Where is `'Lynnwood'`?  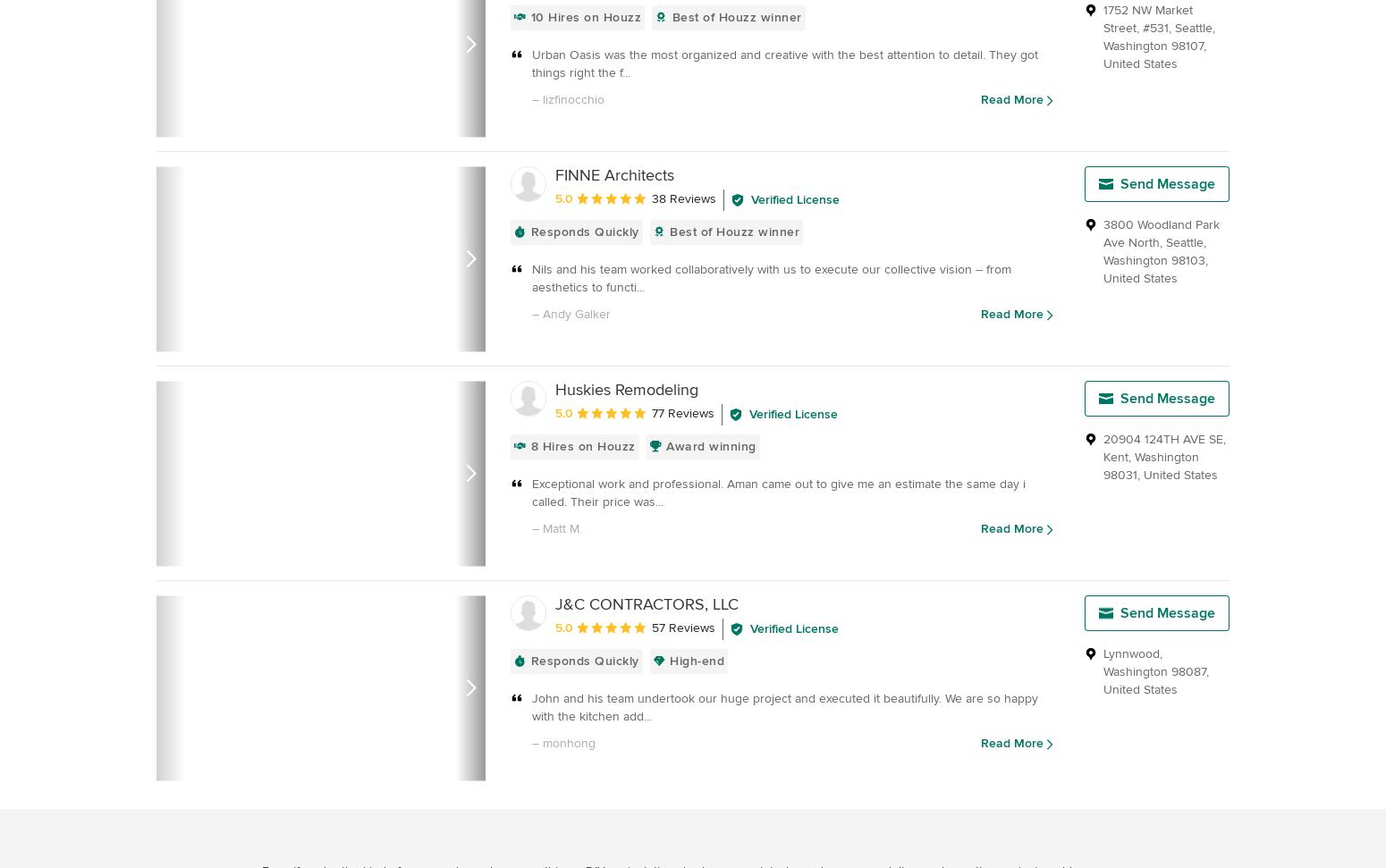 'Lynnwood' is located at coordinates (1130, 653).